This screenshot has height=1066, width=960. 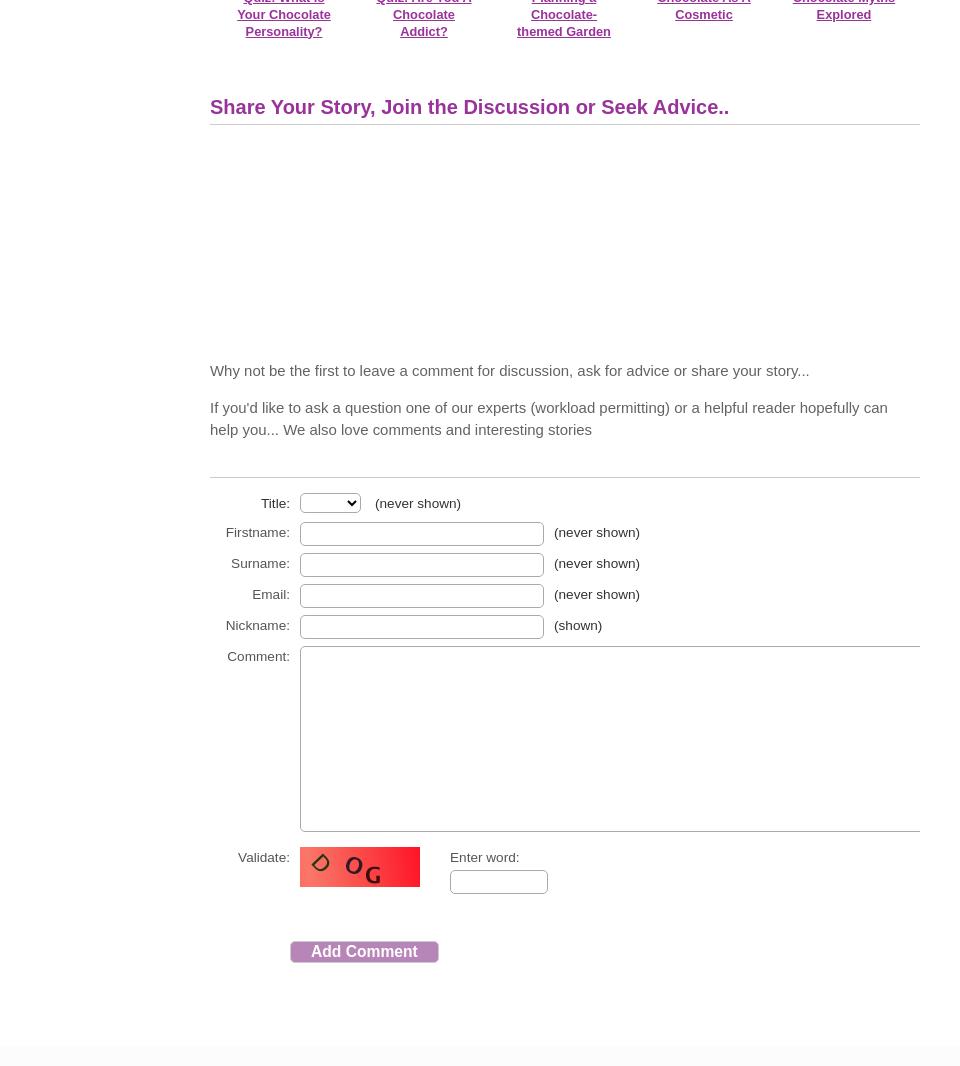 What do you see at coordinates (251, 593) in the screenshot?
I see `'Email:'` at bounding box center [251, 593].